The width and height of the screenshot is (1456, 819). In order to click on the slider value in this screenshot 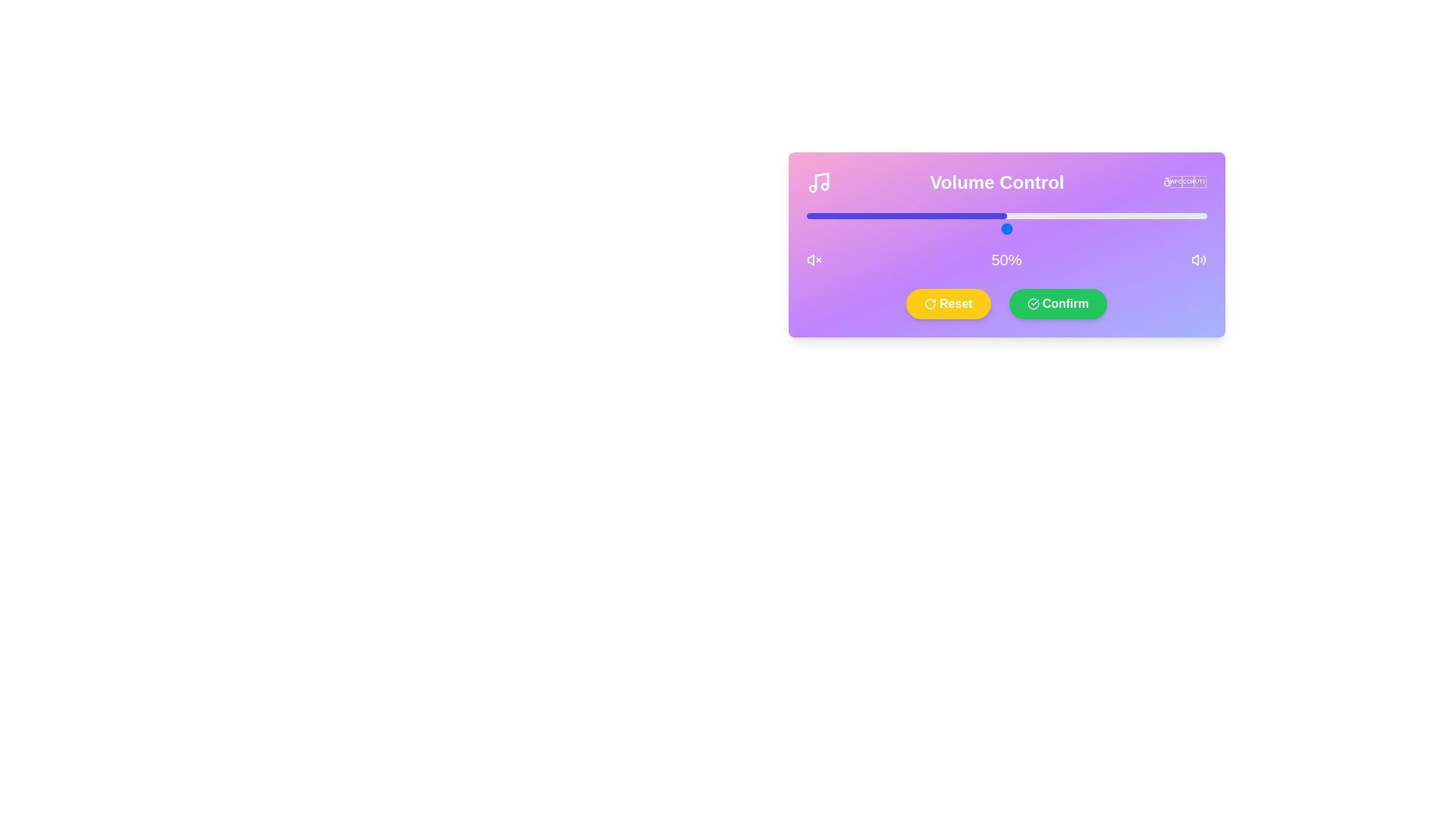, I will do `click(1153, 216)`.